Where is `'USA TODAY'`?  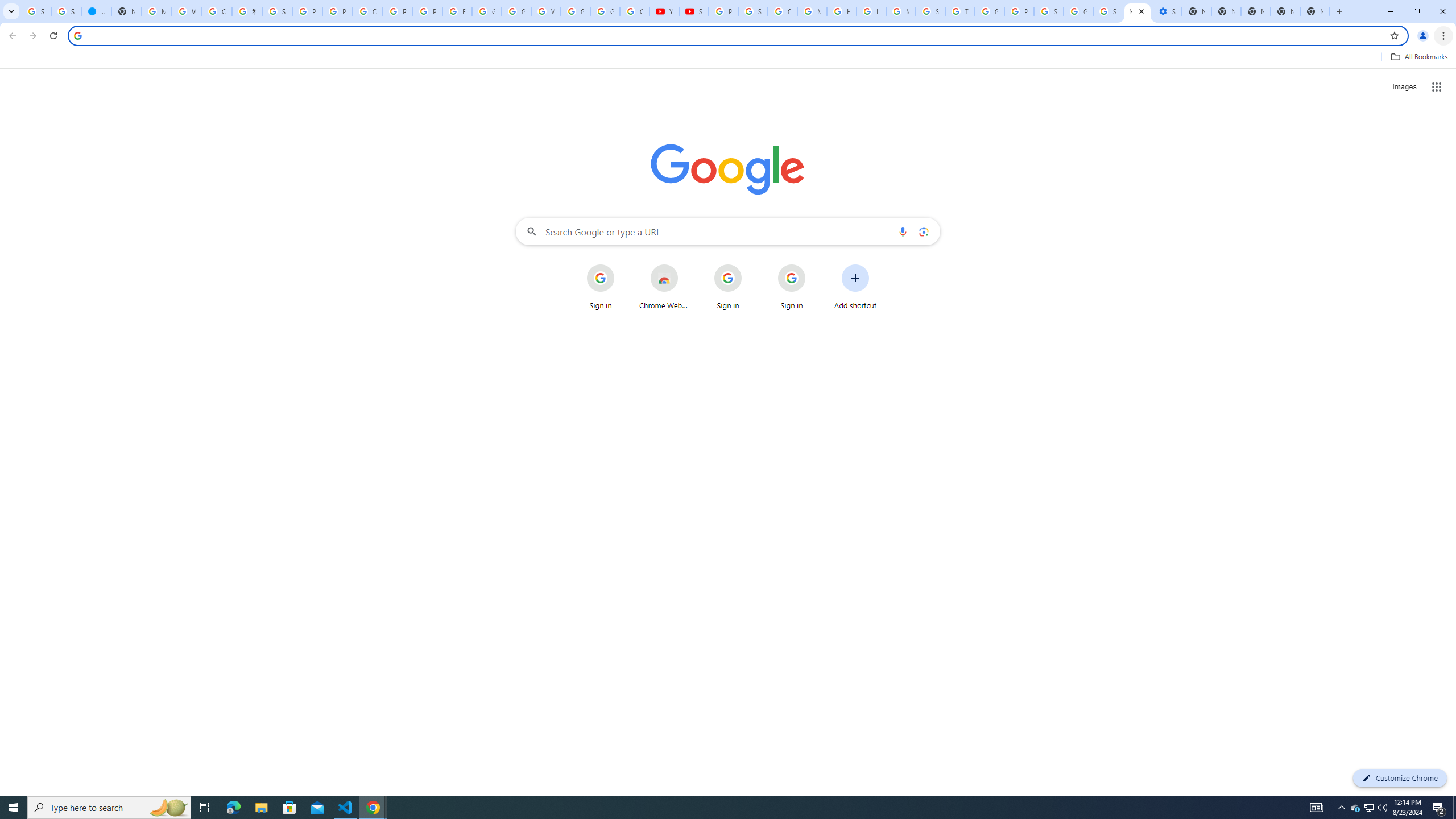 'USA TODAY' is located at coordinates (95, 11).